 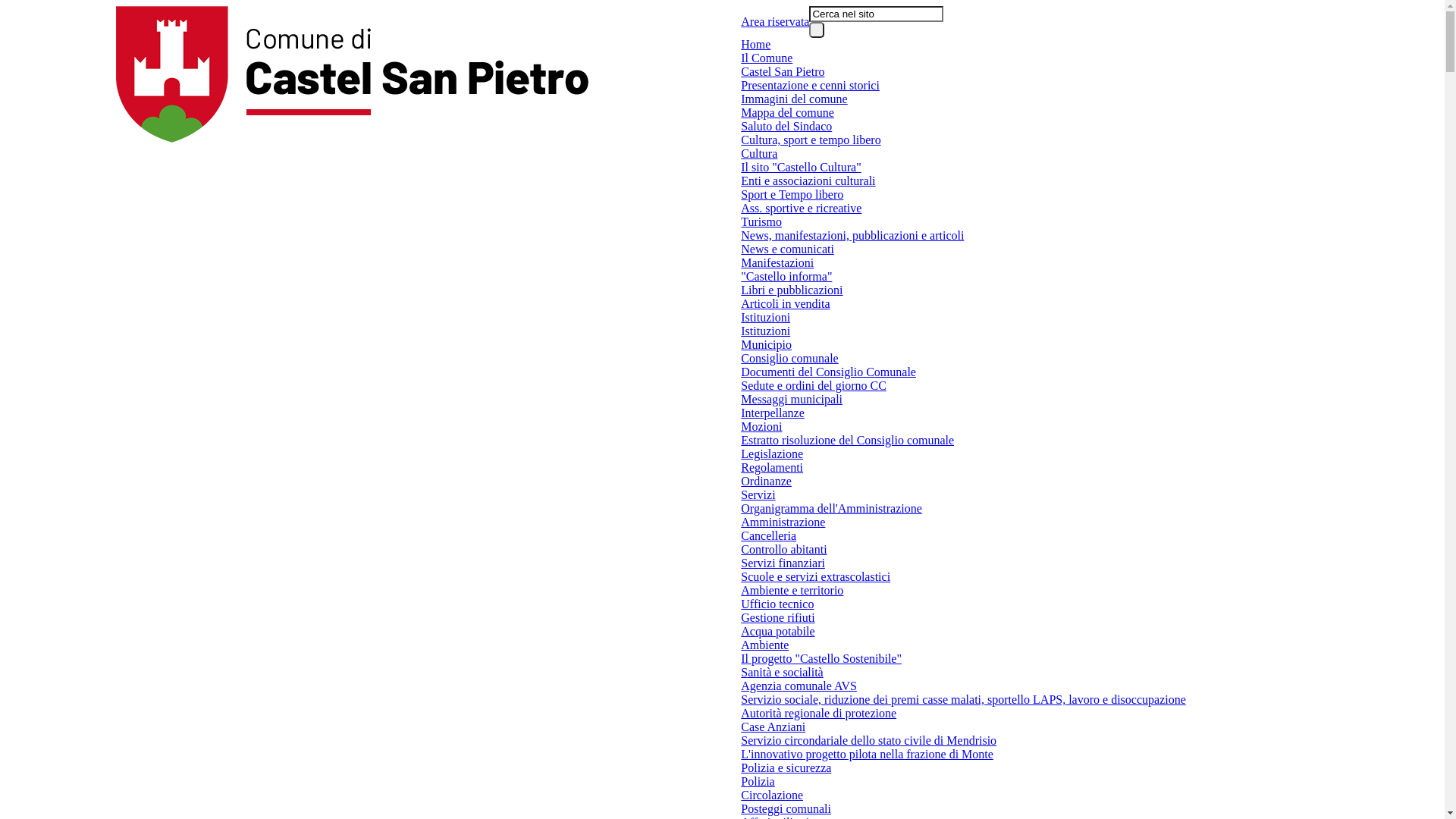 What do you see at coordinates (761, 427) in the screenshot?
I see `'Mozioni'` at bounding box center [761, 427].